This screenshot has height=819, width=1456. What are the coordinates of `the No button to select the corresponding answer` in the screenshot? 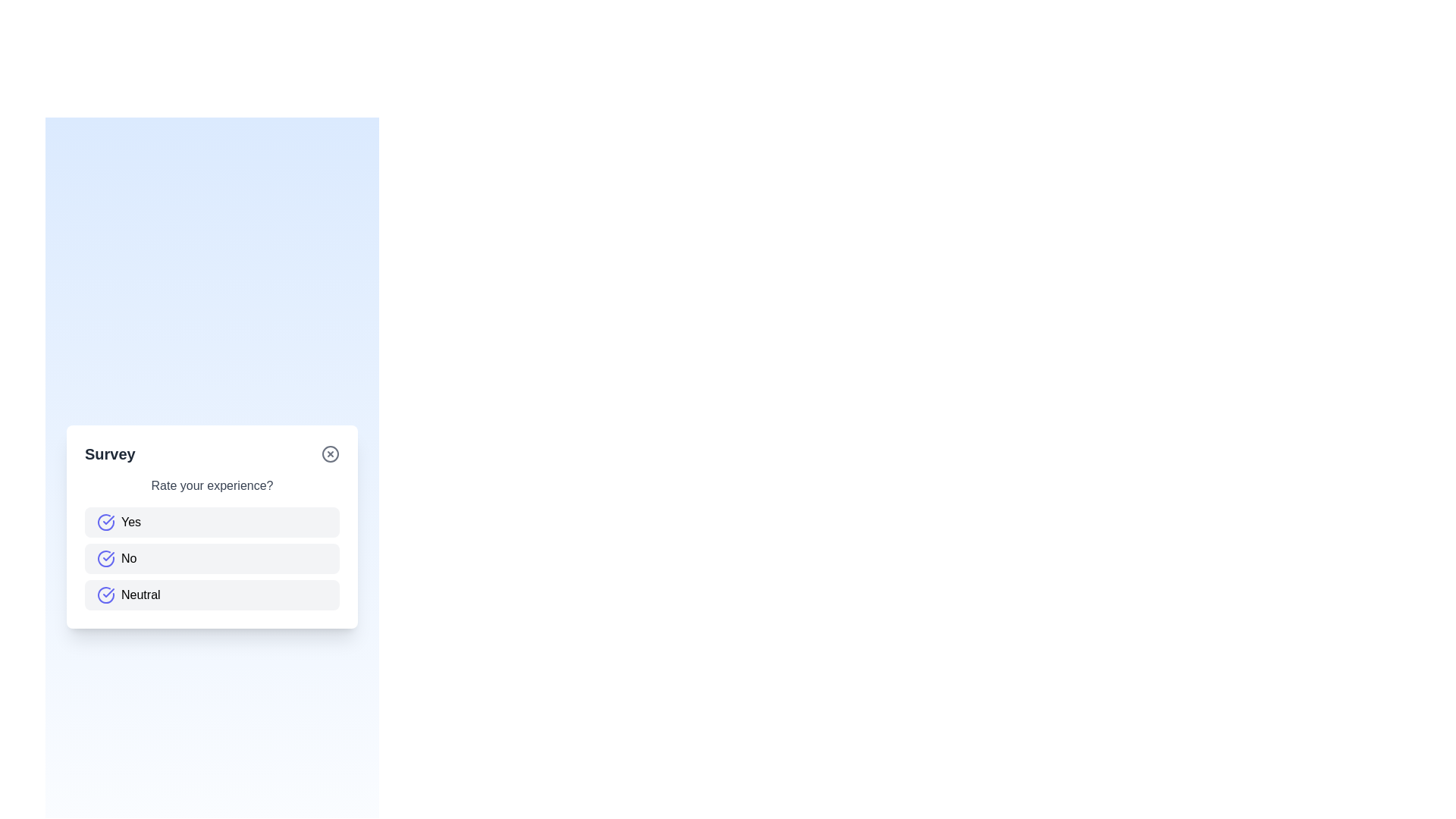 It's located at (211, 558).